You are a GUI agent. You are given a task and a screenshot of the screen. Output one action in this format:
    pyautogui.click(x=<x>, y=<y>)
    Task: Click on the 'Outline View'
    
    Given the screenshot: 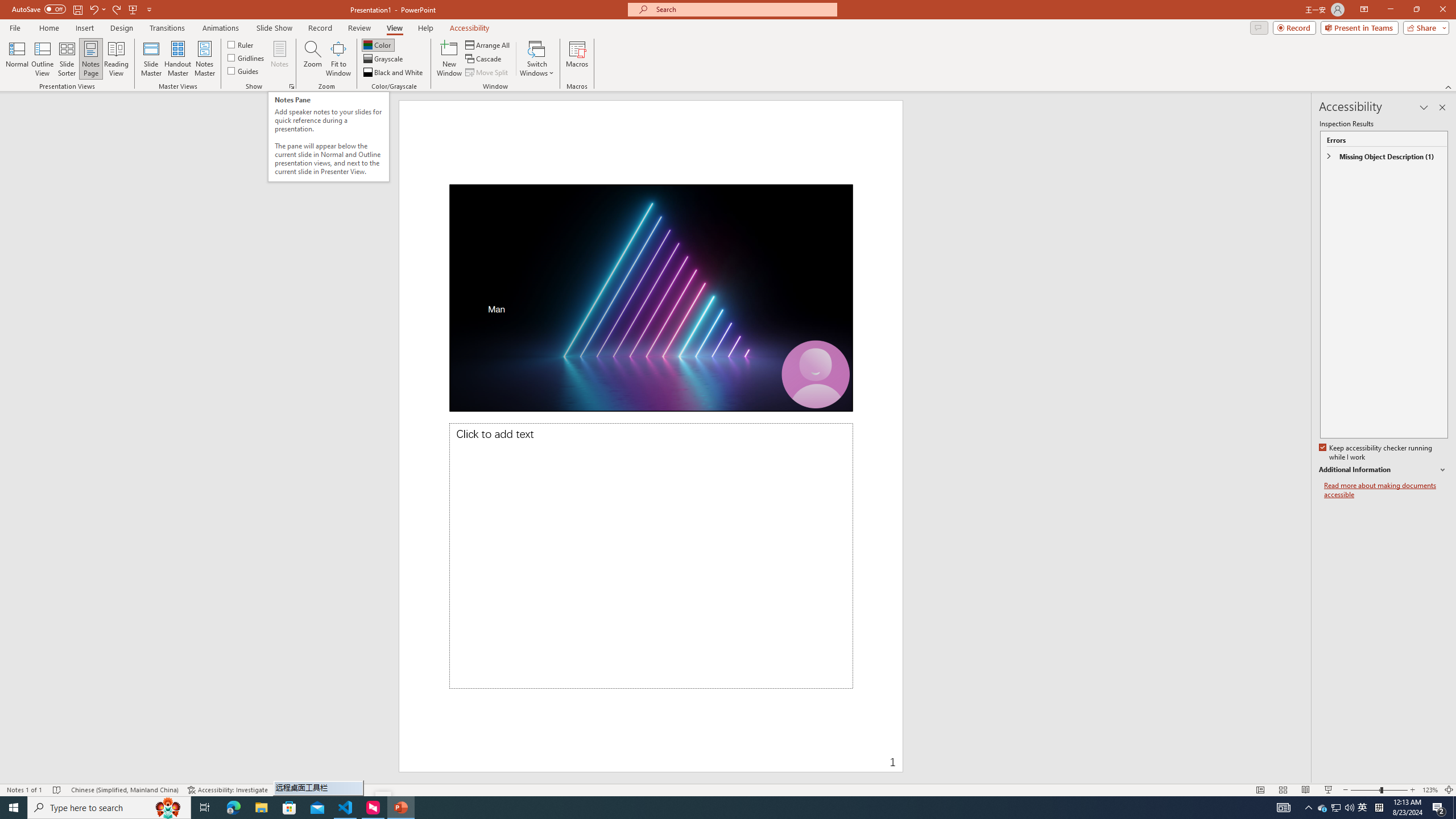 What is the action you would take?
    pyautogui.click(x=42, y=59)
    